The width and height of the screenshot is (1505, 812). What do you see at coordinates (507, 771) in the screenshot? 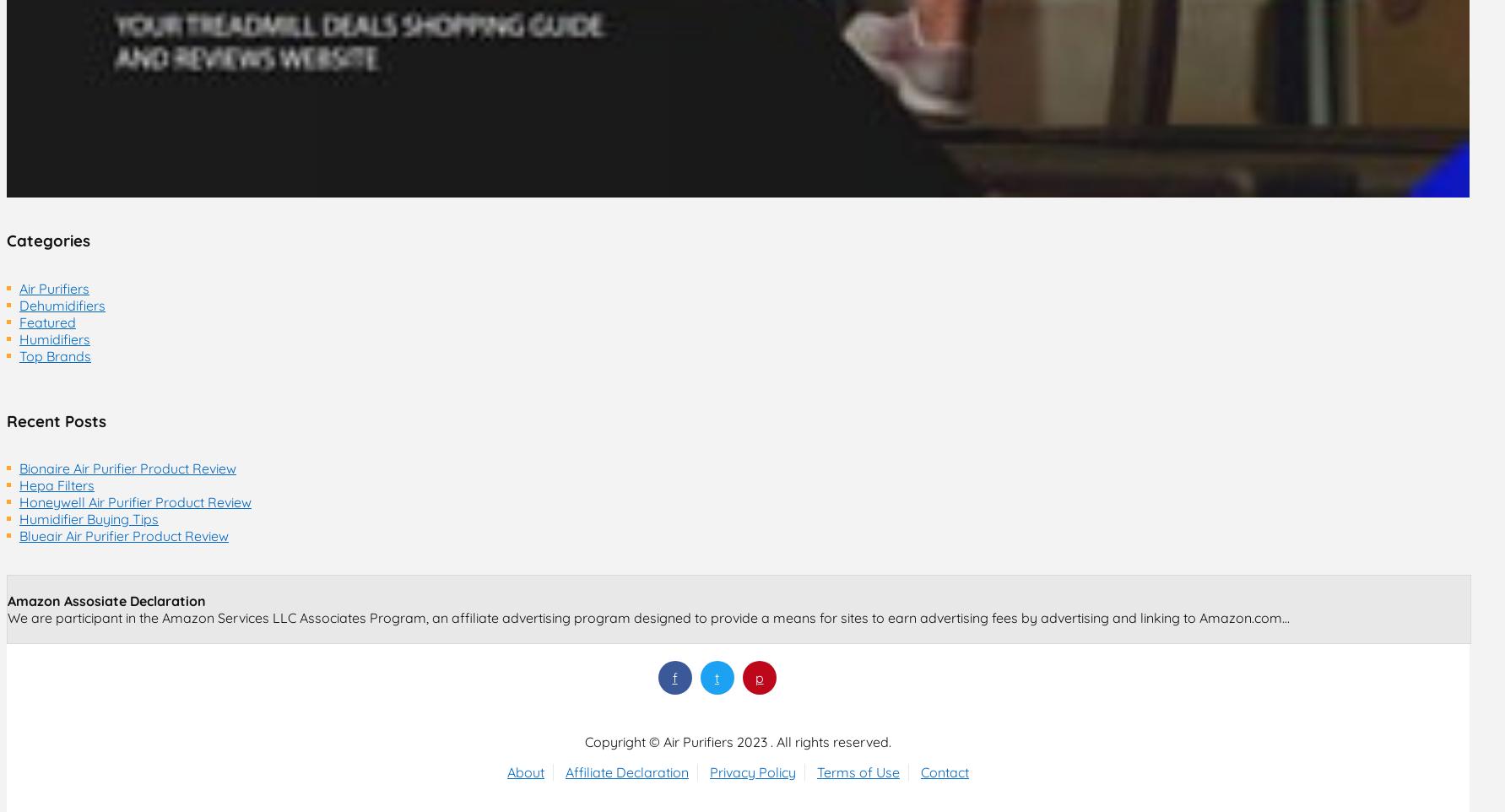
I see `'About'` at bounding box center [507, 771].